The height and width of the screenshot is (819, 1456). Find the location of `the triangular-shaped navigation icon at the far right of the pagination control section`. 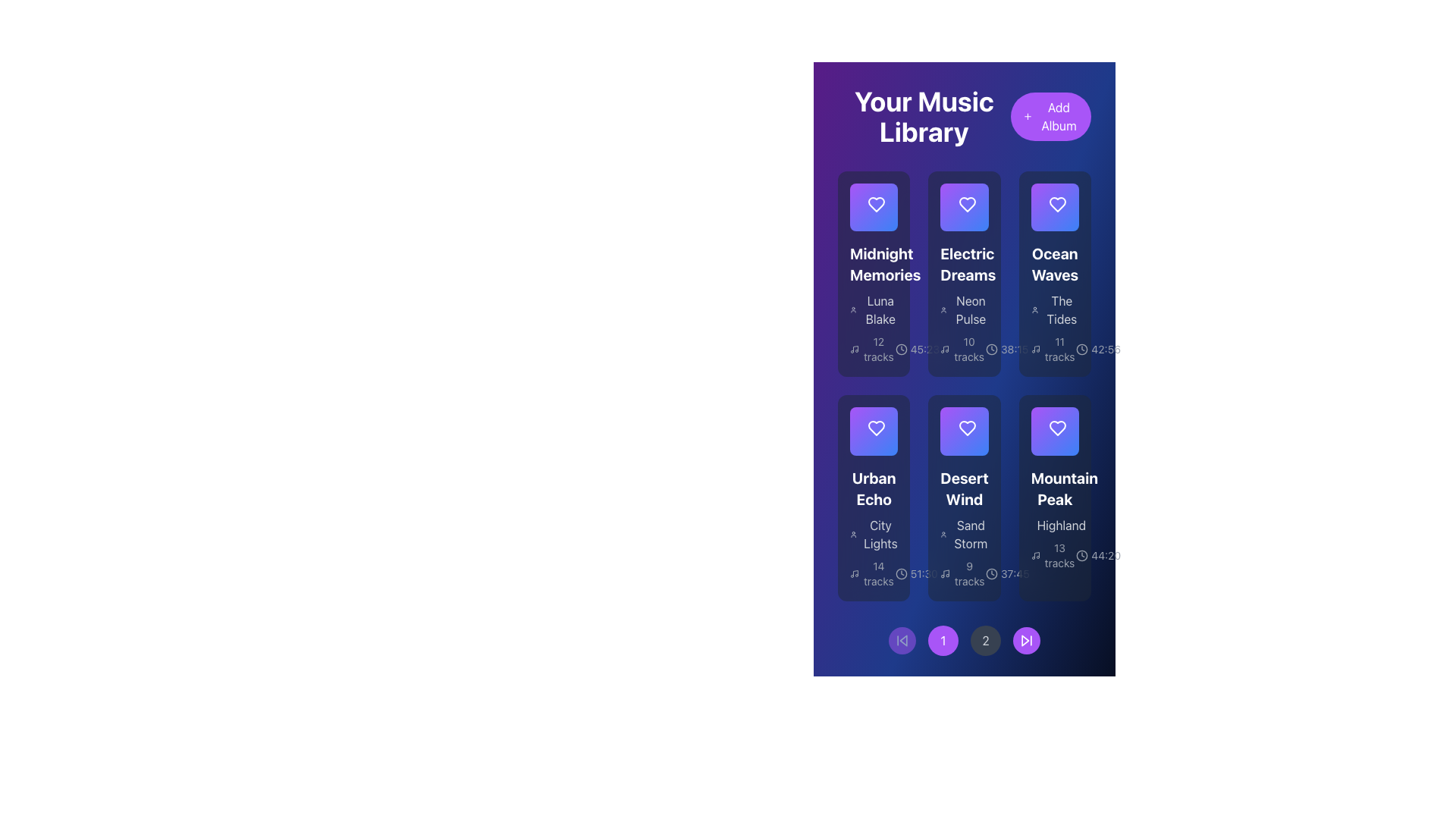

the triangular-shaped navigation icon at the far right of the pagination control section is located at coordinates (1025, 640).